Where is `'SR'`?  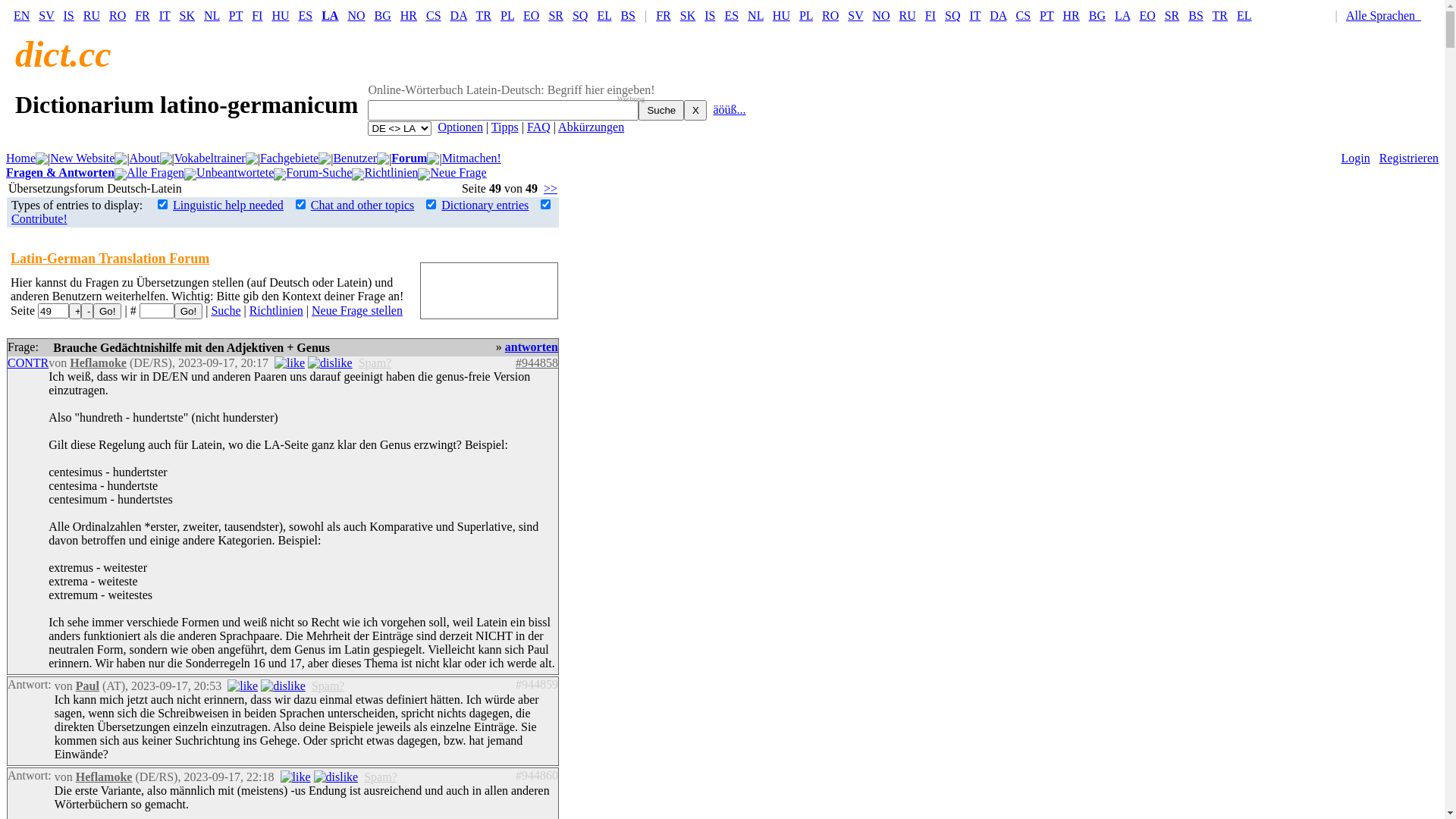
'SR' is located at coordinates (555, 15).